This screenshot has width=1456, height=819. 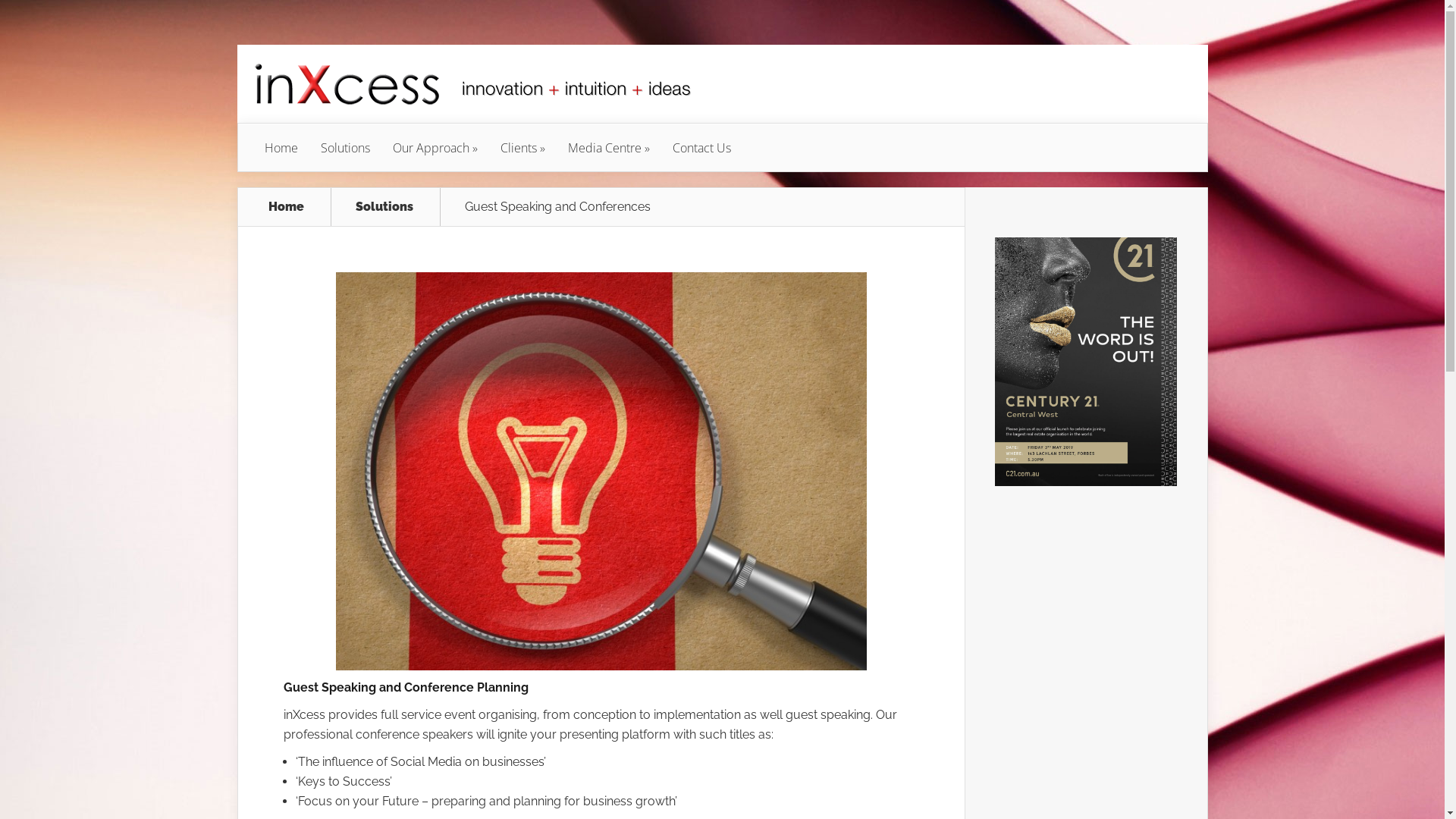 What do you see at coordinates (393, 207) in the screenshot?
I see `'Solutions'` at bounding box center [393, 207].